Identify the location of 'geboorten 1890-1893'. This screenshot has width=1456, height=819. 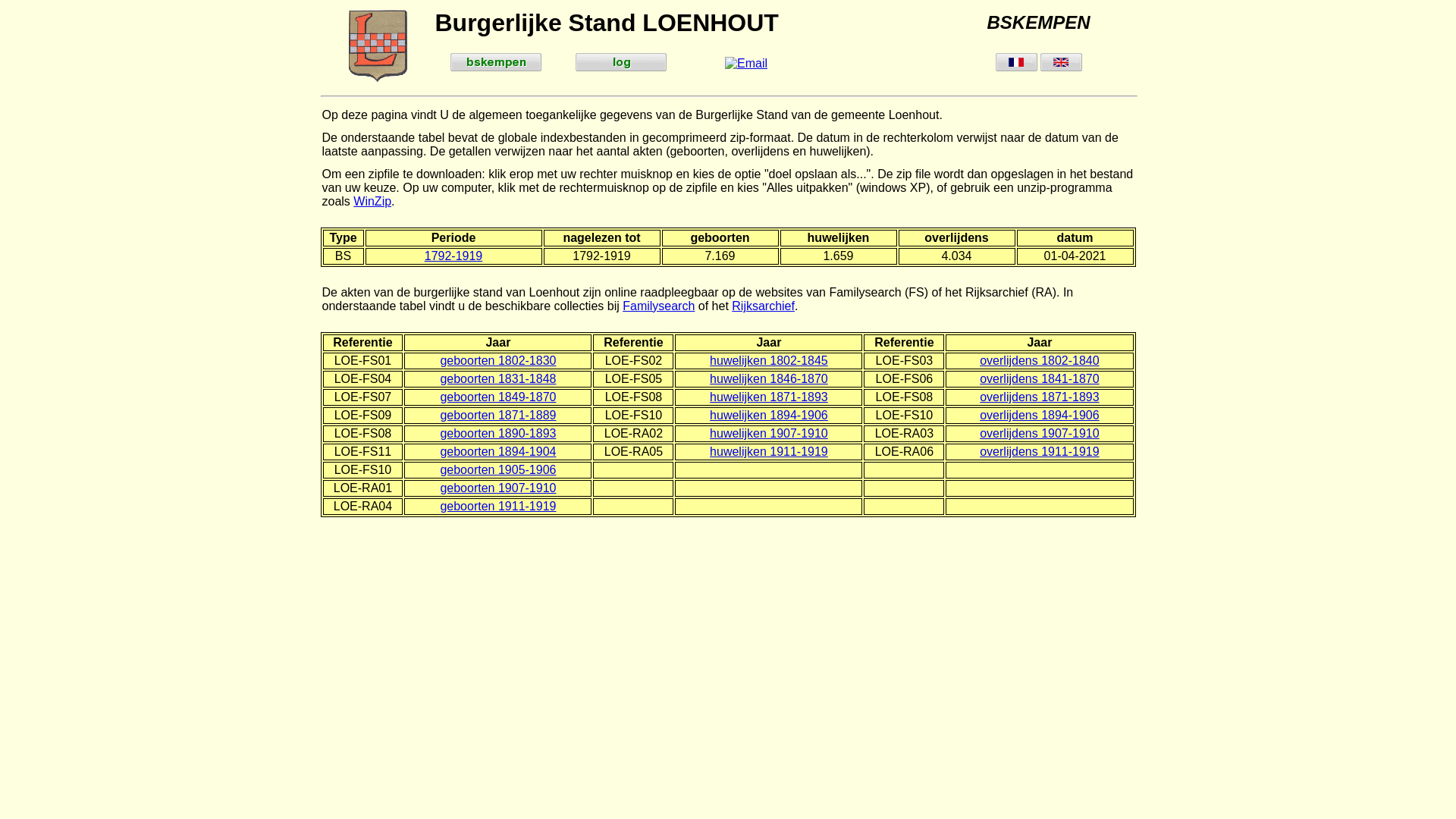
(497, 433).